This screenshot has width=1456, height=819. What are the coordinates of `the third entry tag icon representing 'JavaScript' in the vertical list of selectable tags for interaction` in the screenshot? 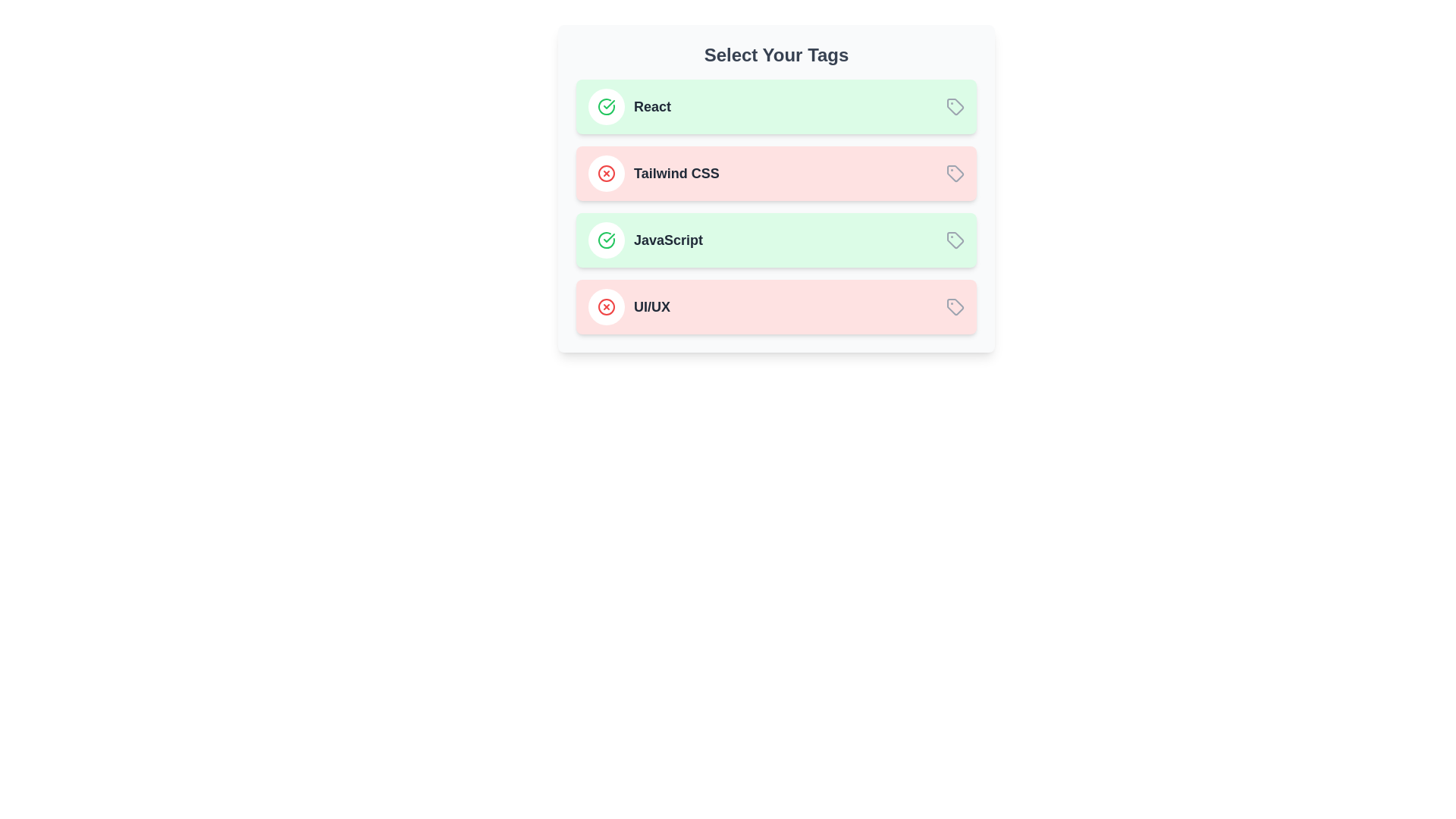 It's located at (953, 239).